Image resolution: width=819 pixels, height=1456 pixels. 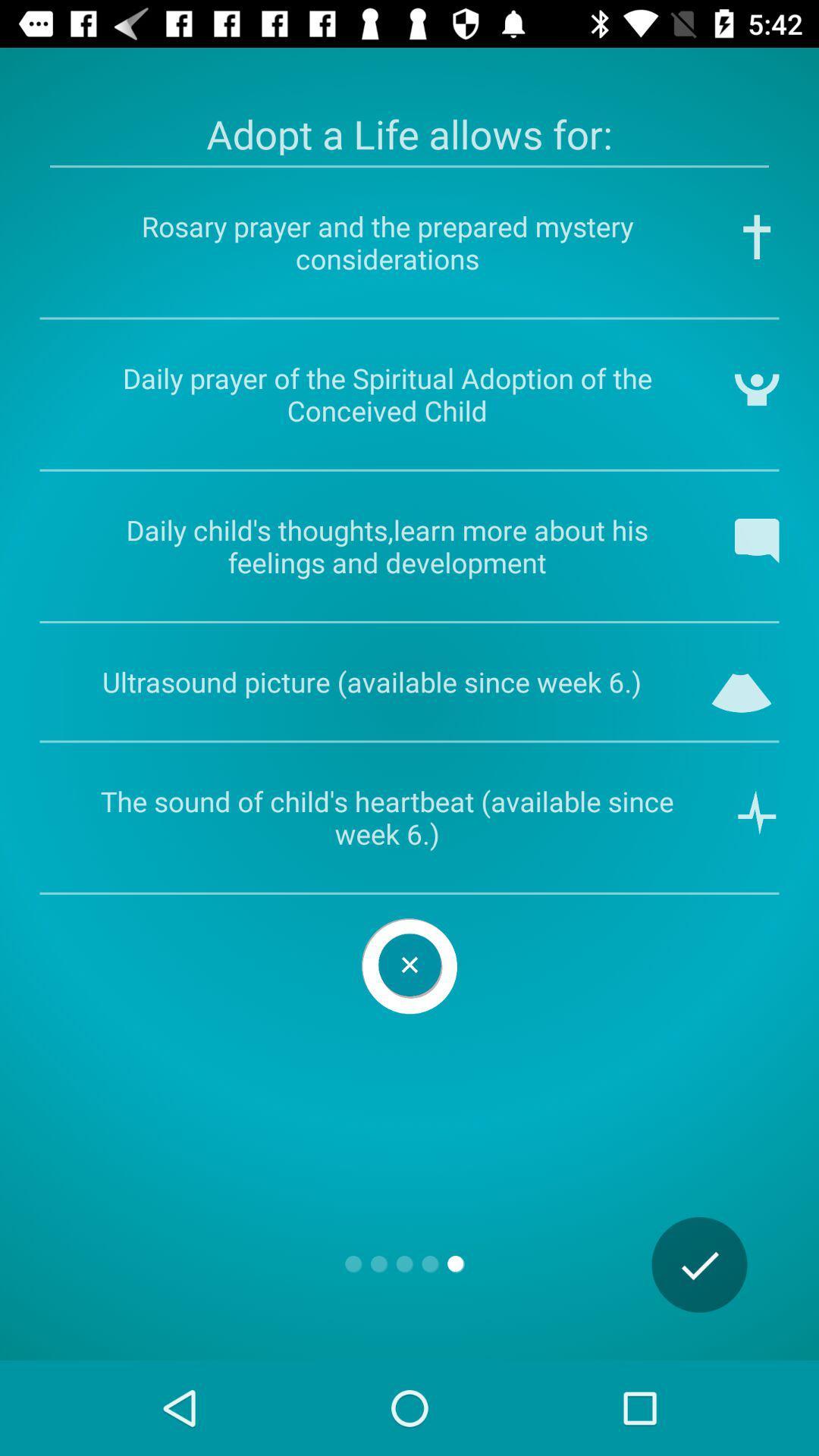 What do you see at coordinates (699, 1264) in the screenshot?
I see `the check icon` at bounding box center [699, 1264].